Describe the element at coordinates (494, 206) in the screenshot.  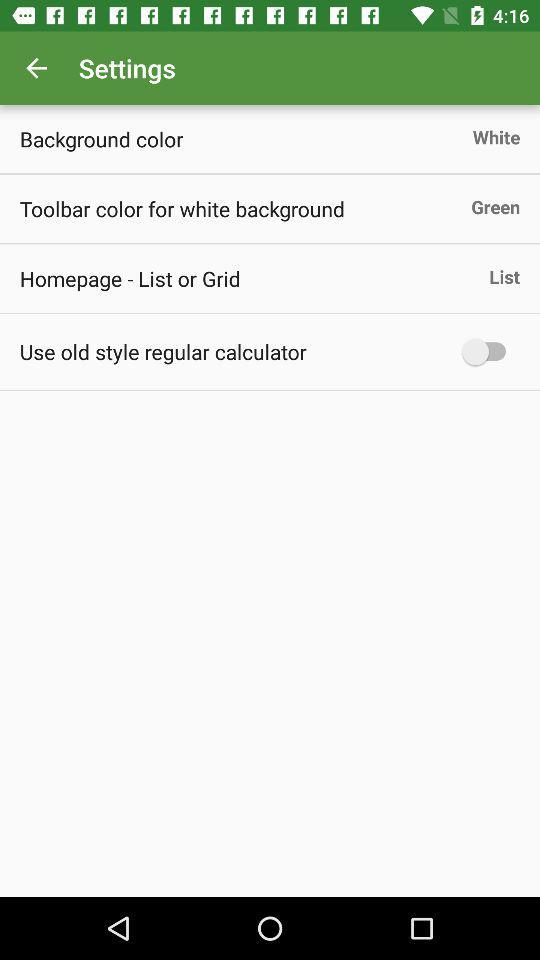
I see `icon to the right of toolbar color for icon` at that location.